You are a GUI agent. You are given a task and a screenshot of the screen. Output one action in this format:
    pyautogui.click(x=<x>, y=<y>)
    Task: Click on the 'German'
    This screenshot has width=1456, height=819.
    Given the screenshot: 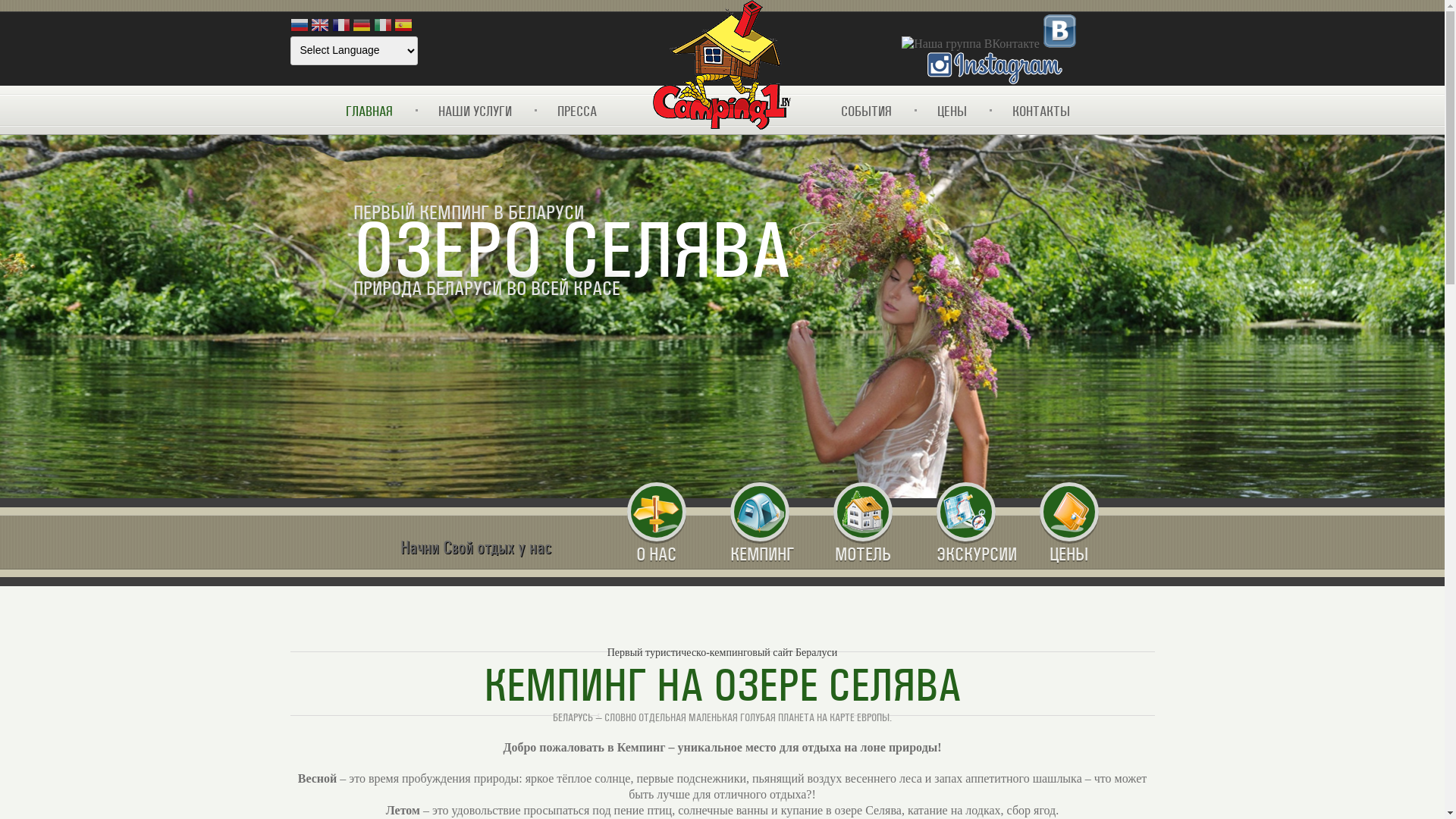 What is the action you would take?
    pyautogui.click(x=360, y=26)
    